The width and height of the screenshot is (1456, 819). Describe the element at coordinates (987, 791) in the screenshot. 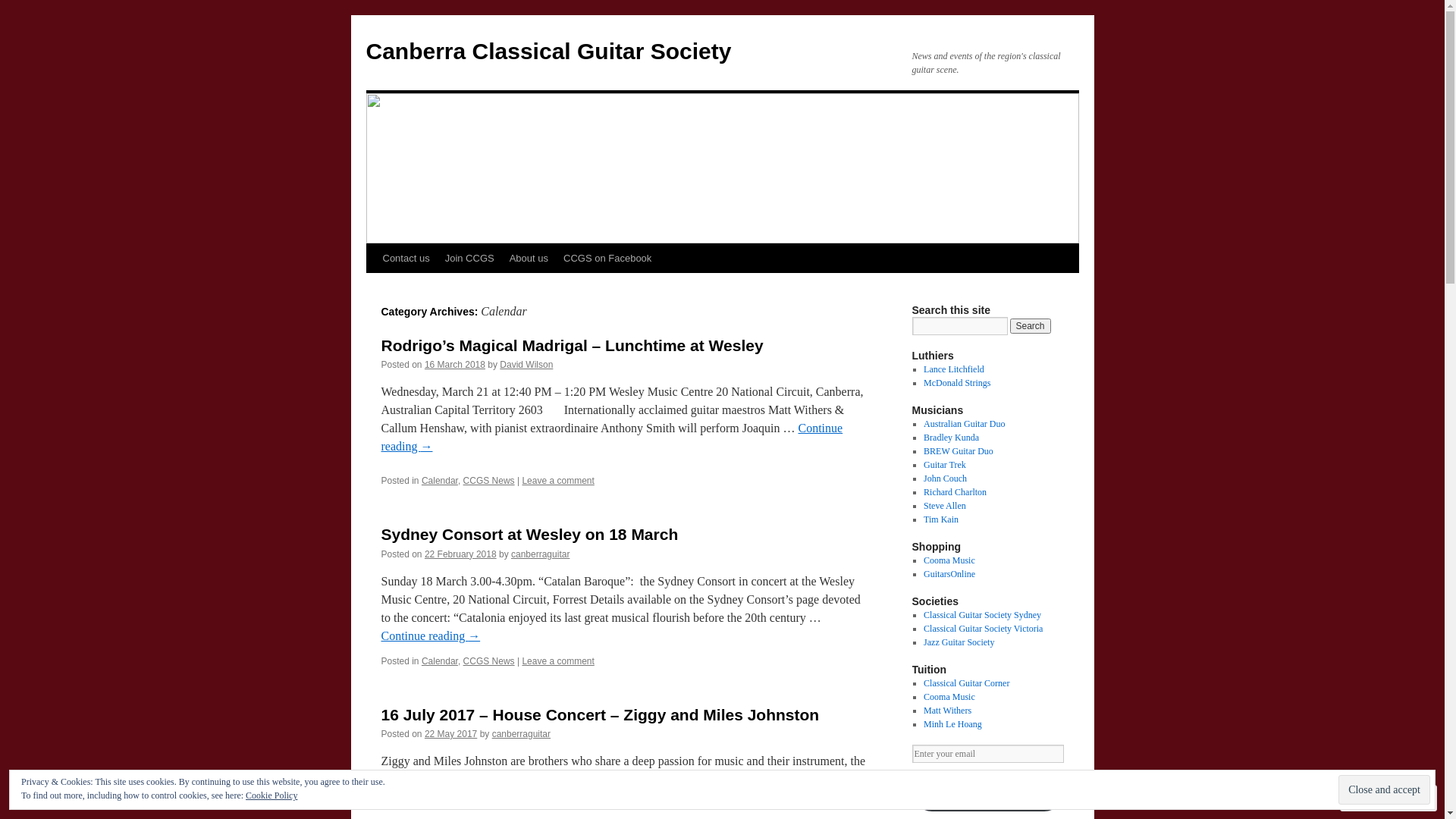

I see `'Guitar Society Newsletter Signup'` at that location.